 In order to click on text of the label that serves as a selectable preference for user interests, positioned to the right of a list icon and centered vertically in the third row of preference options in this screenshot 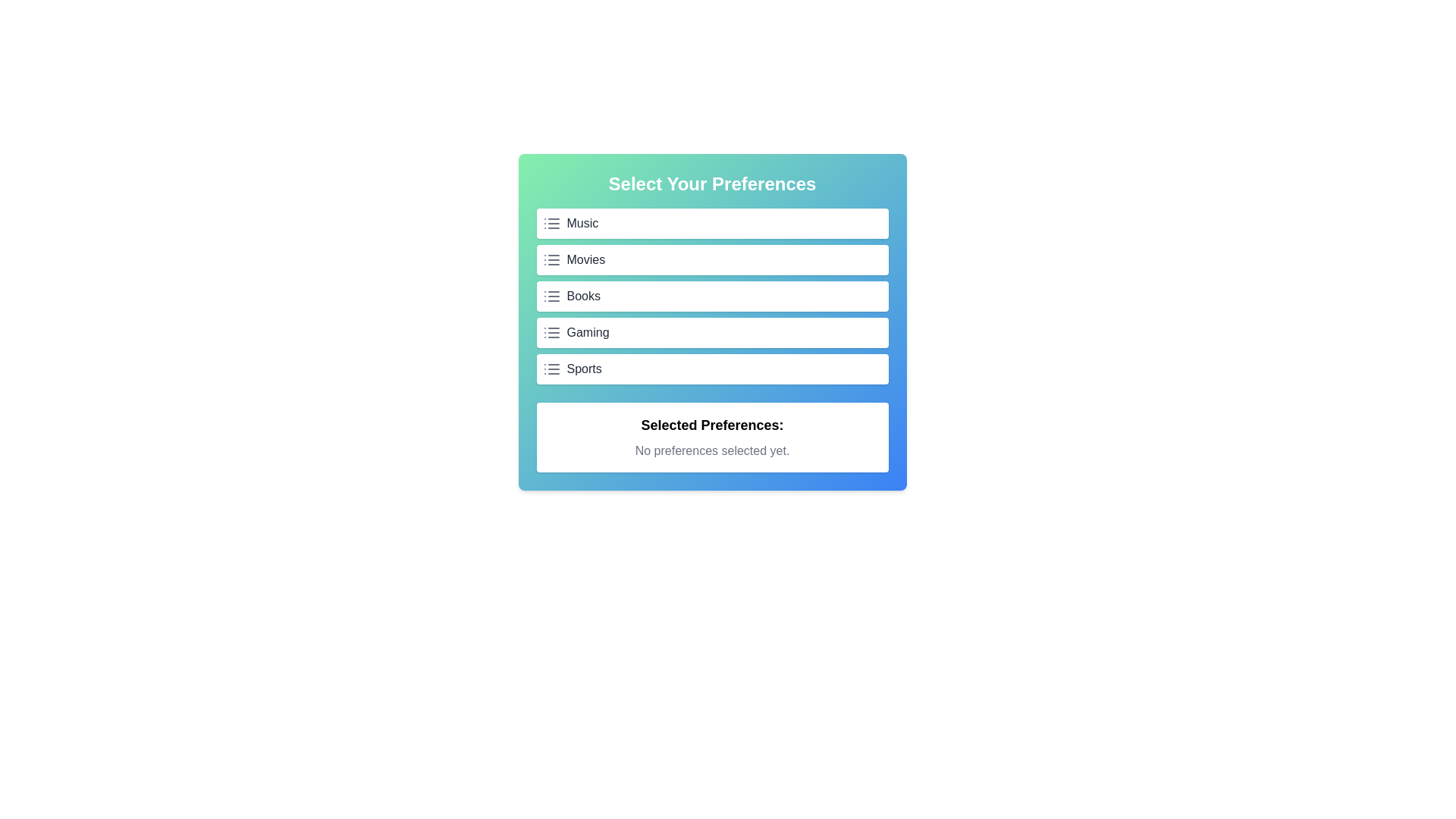, I will do `click(582, 296)`.